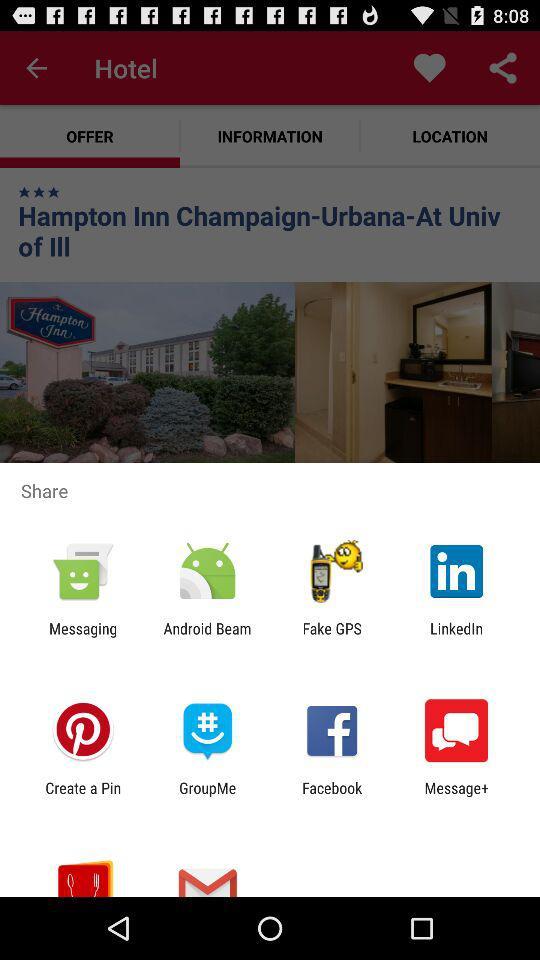 The height and width of the screenshot is (960, 540). I want to click on the icon next to fake gps item, so click(456, 636).